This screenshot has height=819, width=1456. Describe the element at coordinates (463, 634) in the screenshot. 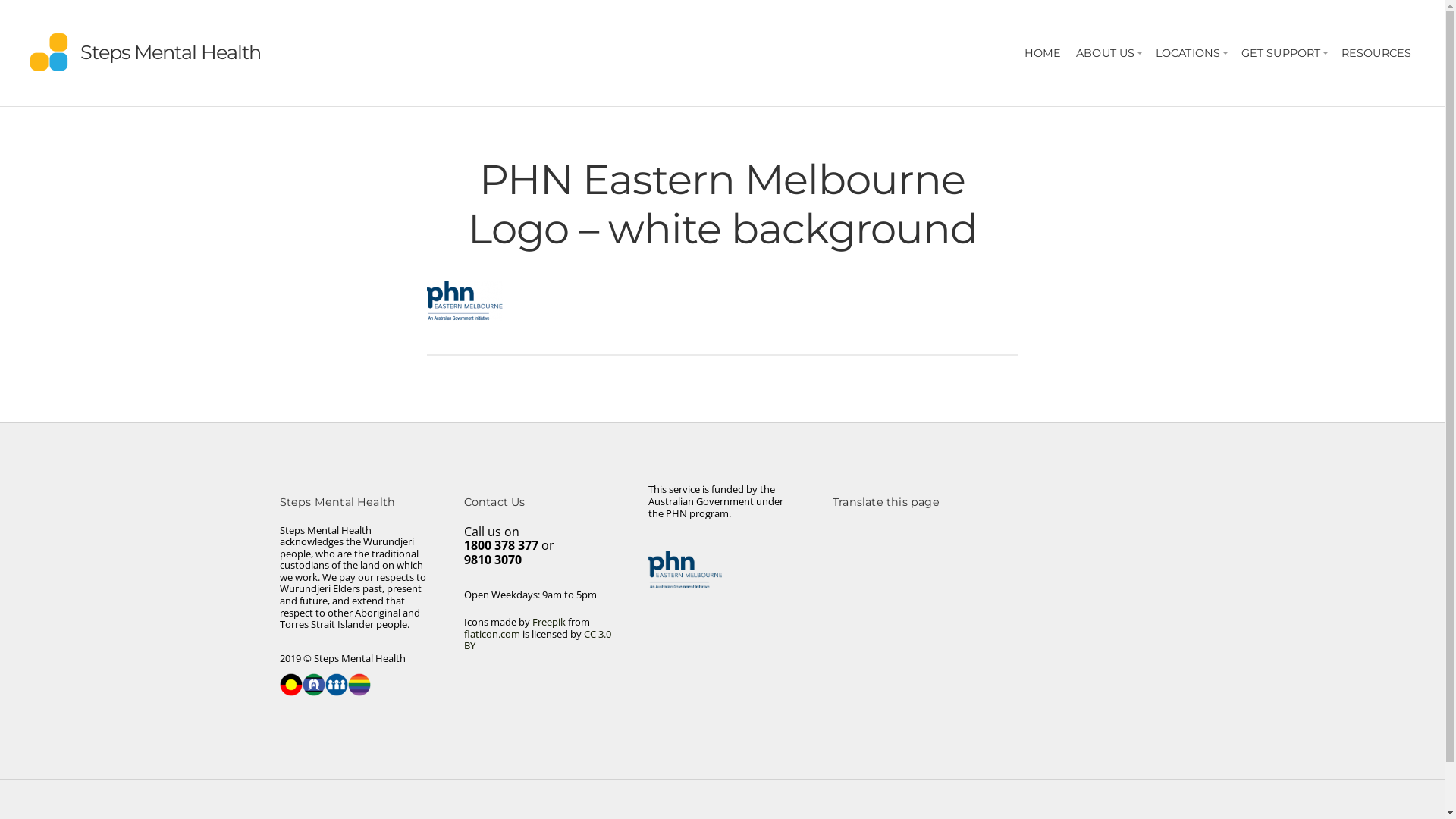

I see `'flaticon.com'` at that location.